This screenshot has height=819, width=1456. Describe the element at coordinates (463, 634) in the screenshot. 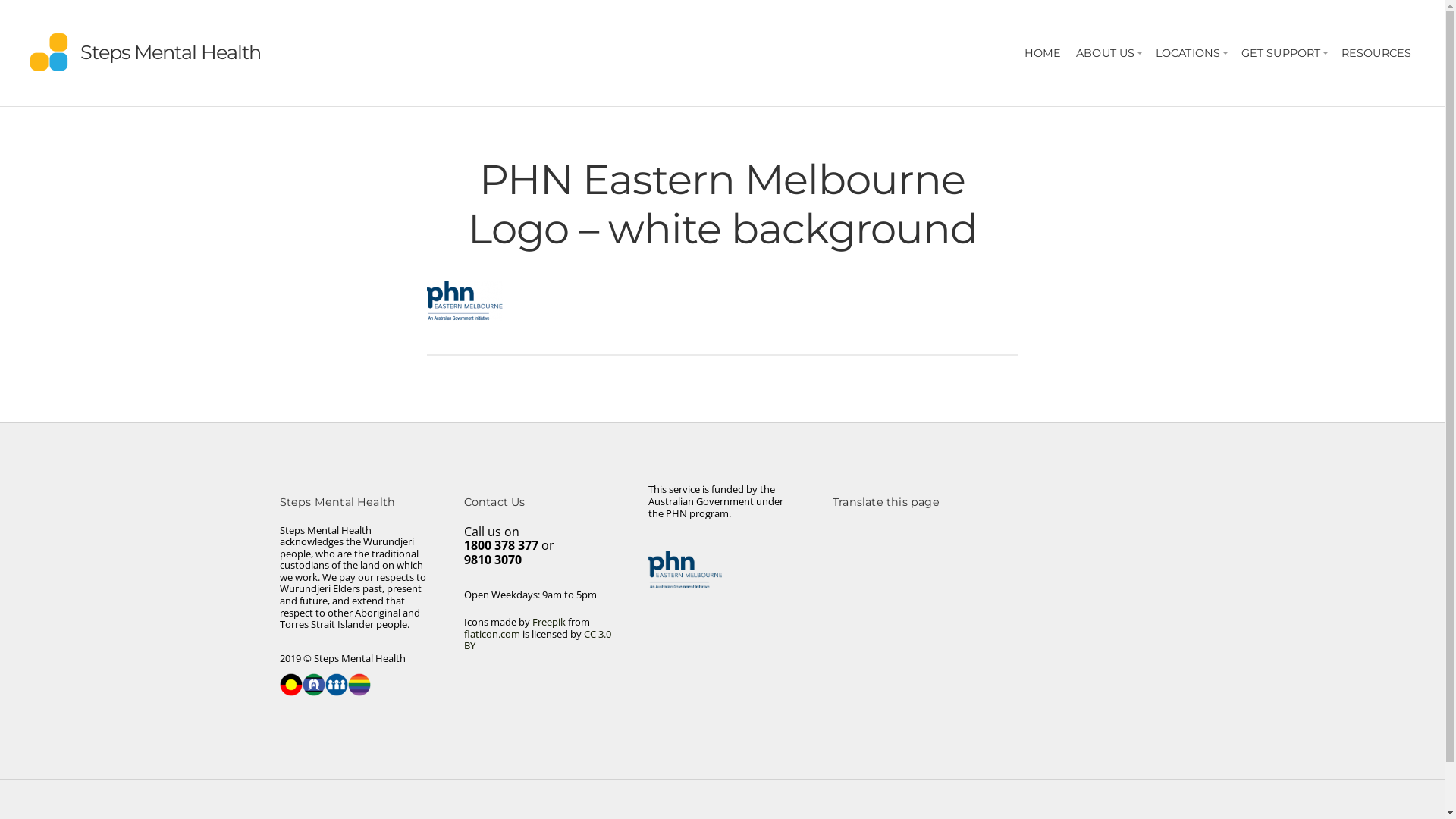

I see `'flaticon.com'` at that location.